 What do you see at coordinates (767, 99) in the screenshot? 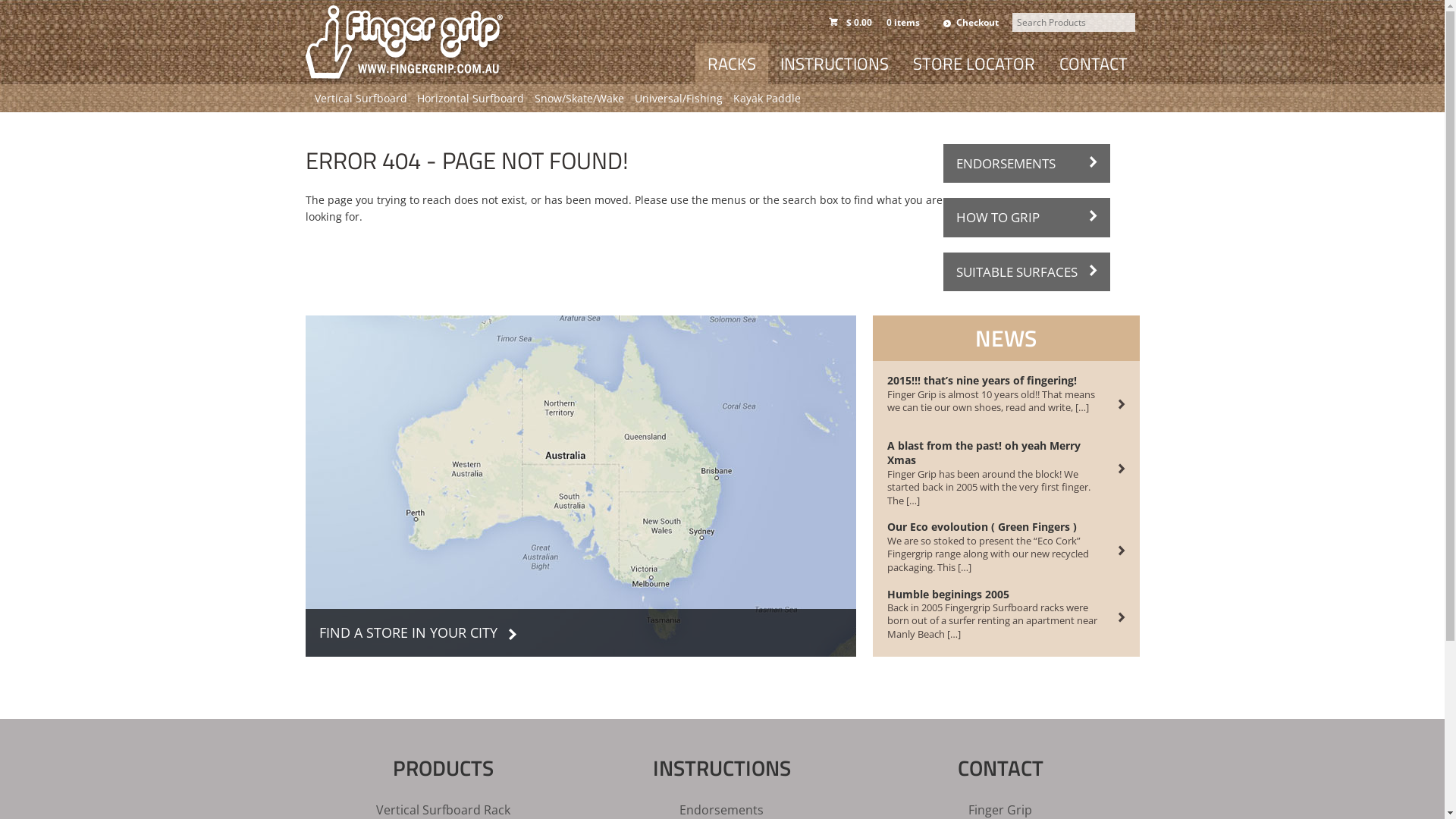
I see `'Kayak Paddle'` at bounding box center [767, 99].